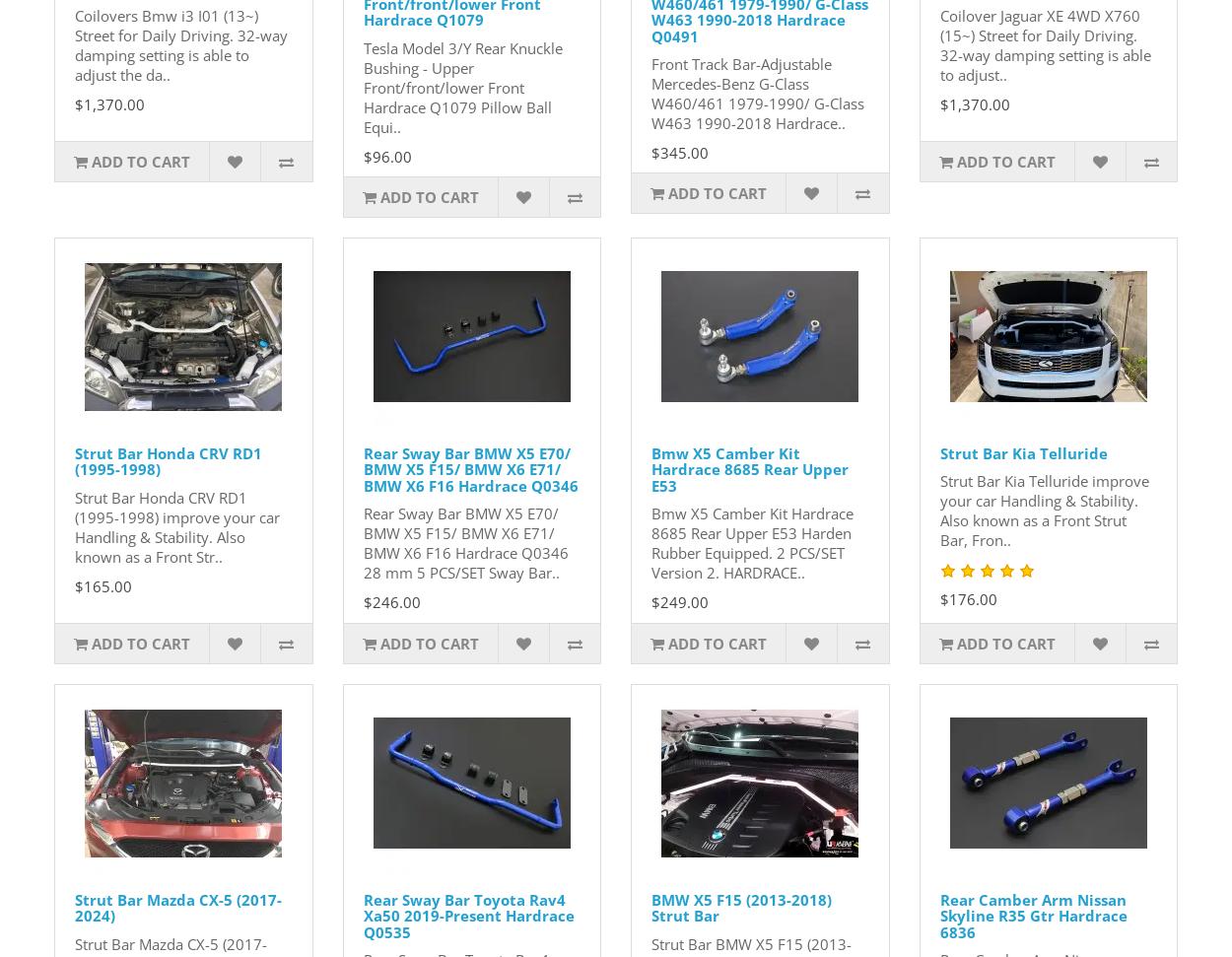 The width and height of the screenshot is (1232, 957). What do you see at coordinates (679, 152) in the screenshot?
I see `'$345.00'` at bounding box center [679, 152].